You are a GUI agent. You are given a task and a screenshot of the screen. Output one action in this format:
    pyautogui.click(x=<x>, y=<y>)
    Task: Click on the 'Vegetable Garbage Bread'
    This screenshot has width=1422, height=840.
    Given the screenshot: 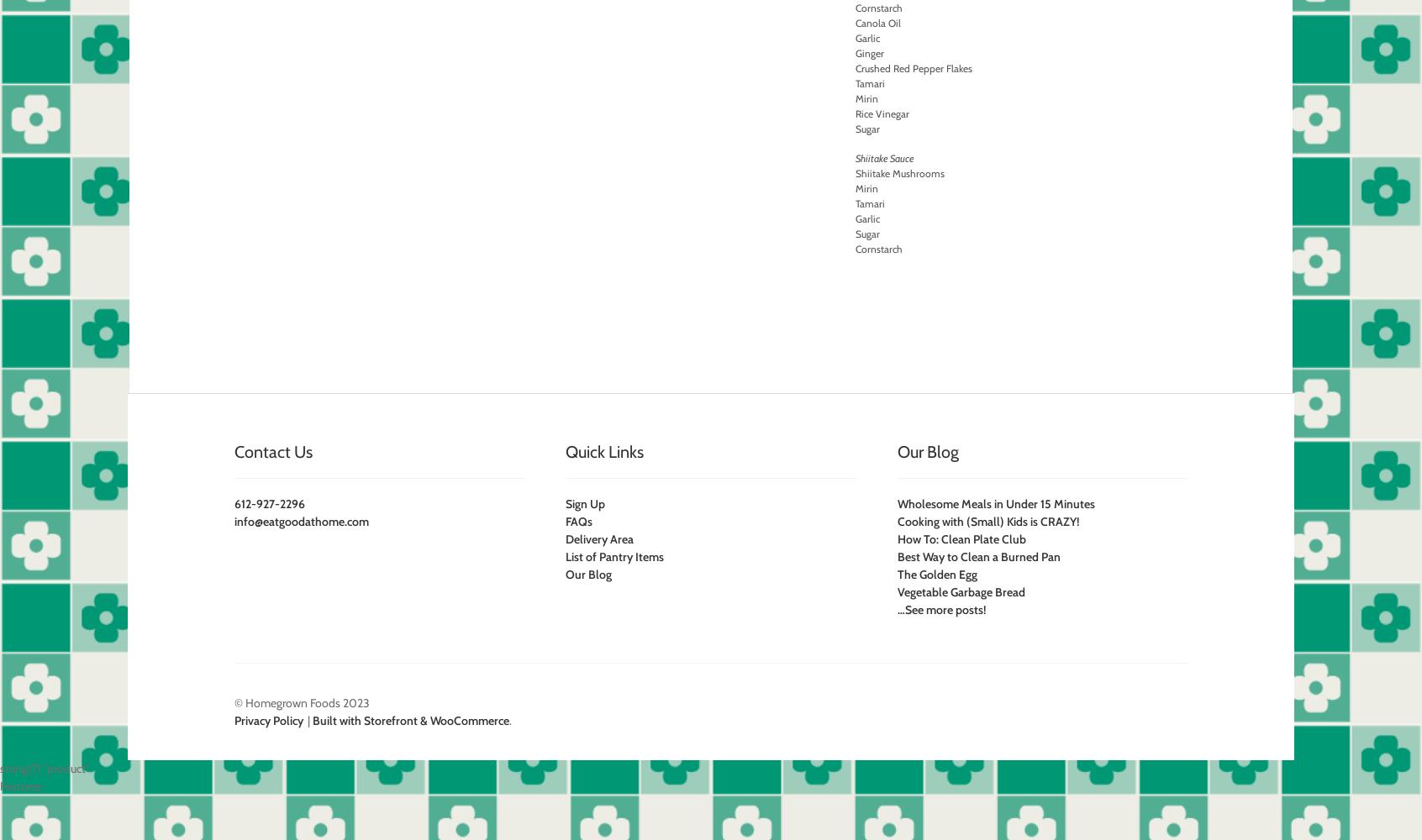 What is the action you would take?
    pyautogui.click(x=896, y=591)
    